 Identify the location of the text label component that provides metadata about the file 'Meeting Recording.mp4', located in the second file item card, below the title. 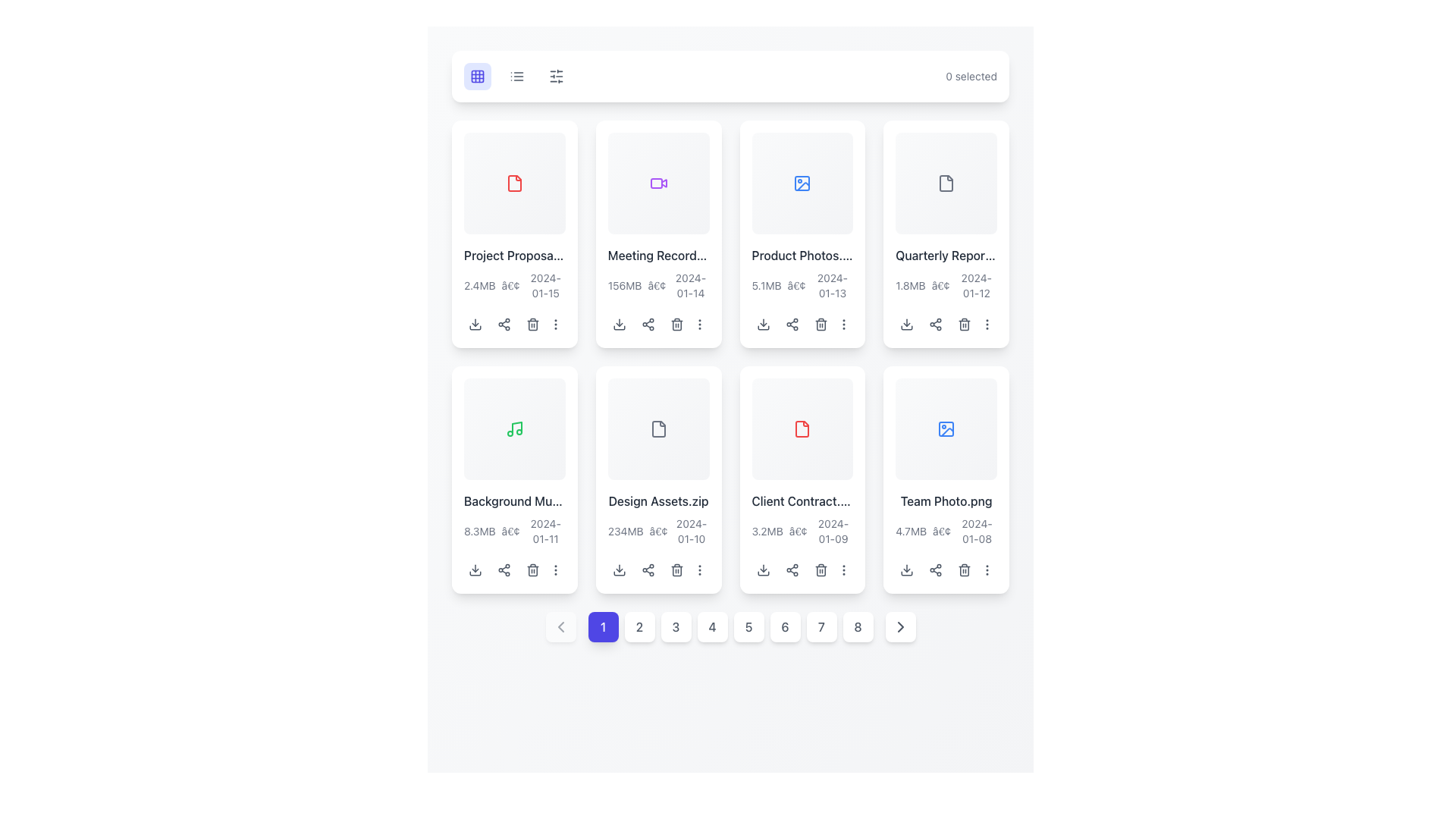
(658, 285).